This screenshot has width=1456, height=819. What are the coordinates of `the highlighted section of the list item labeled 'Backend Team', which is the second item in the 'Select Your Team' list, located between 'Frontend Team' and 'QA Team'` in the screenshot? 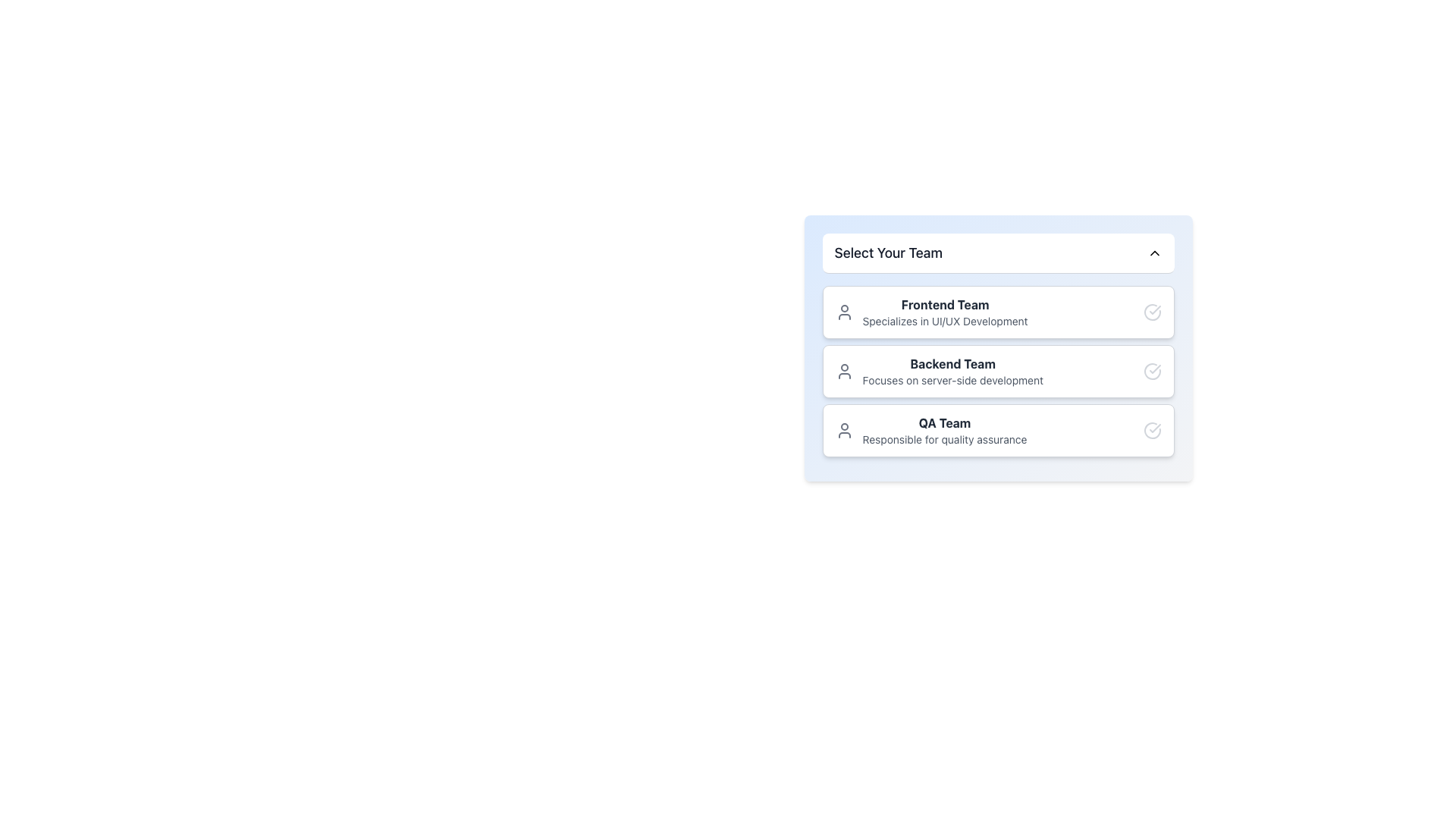 It's located at (998, 371).